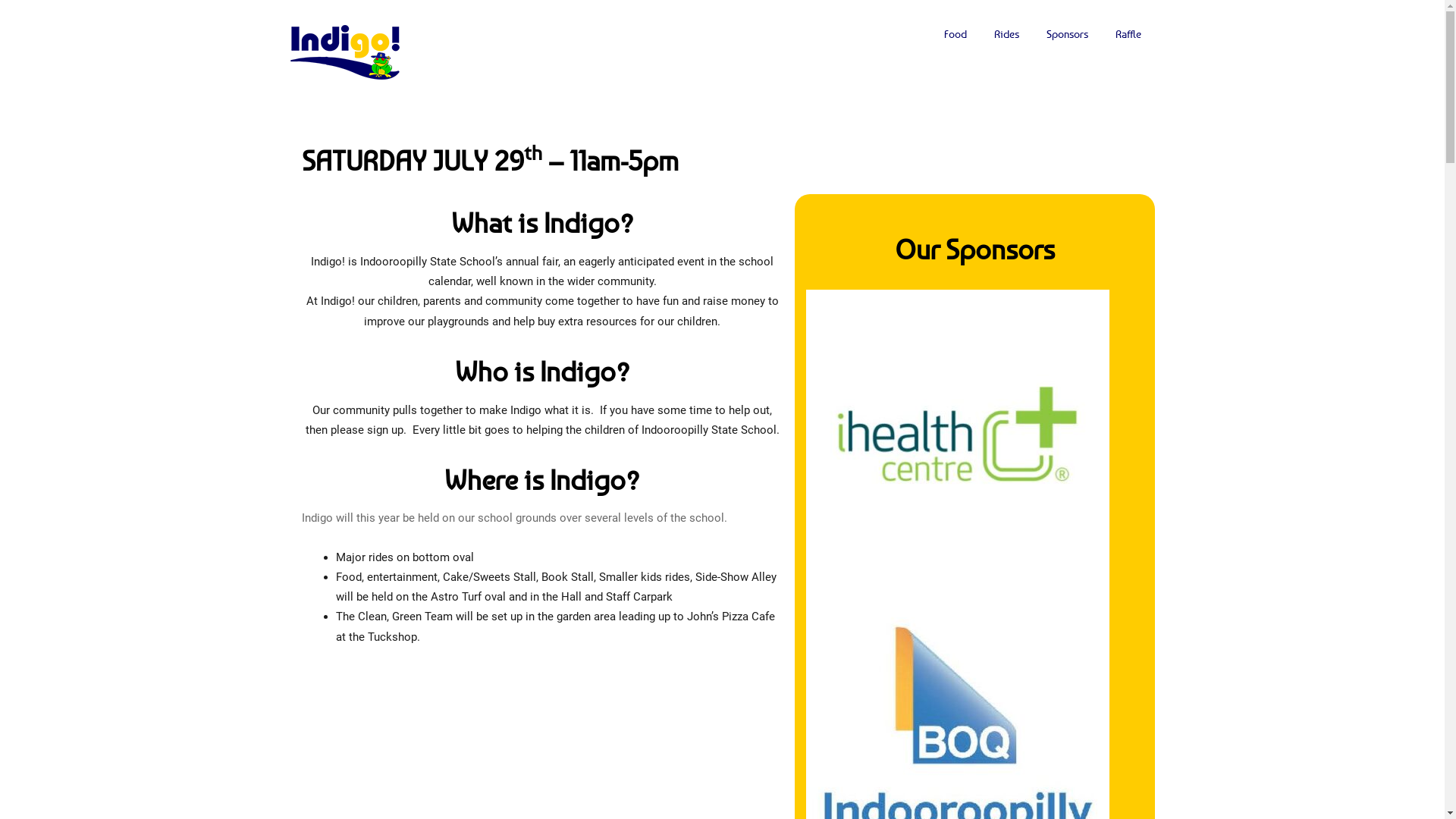  Describe the element at coordinates (1128, 34) in the screenshot. I see `'Raffle'` at that location.